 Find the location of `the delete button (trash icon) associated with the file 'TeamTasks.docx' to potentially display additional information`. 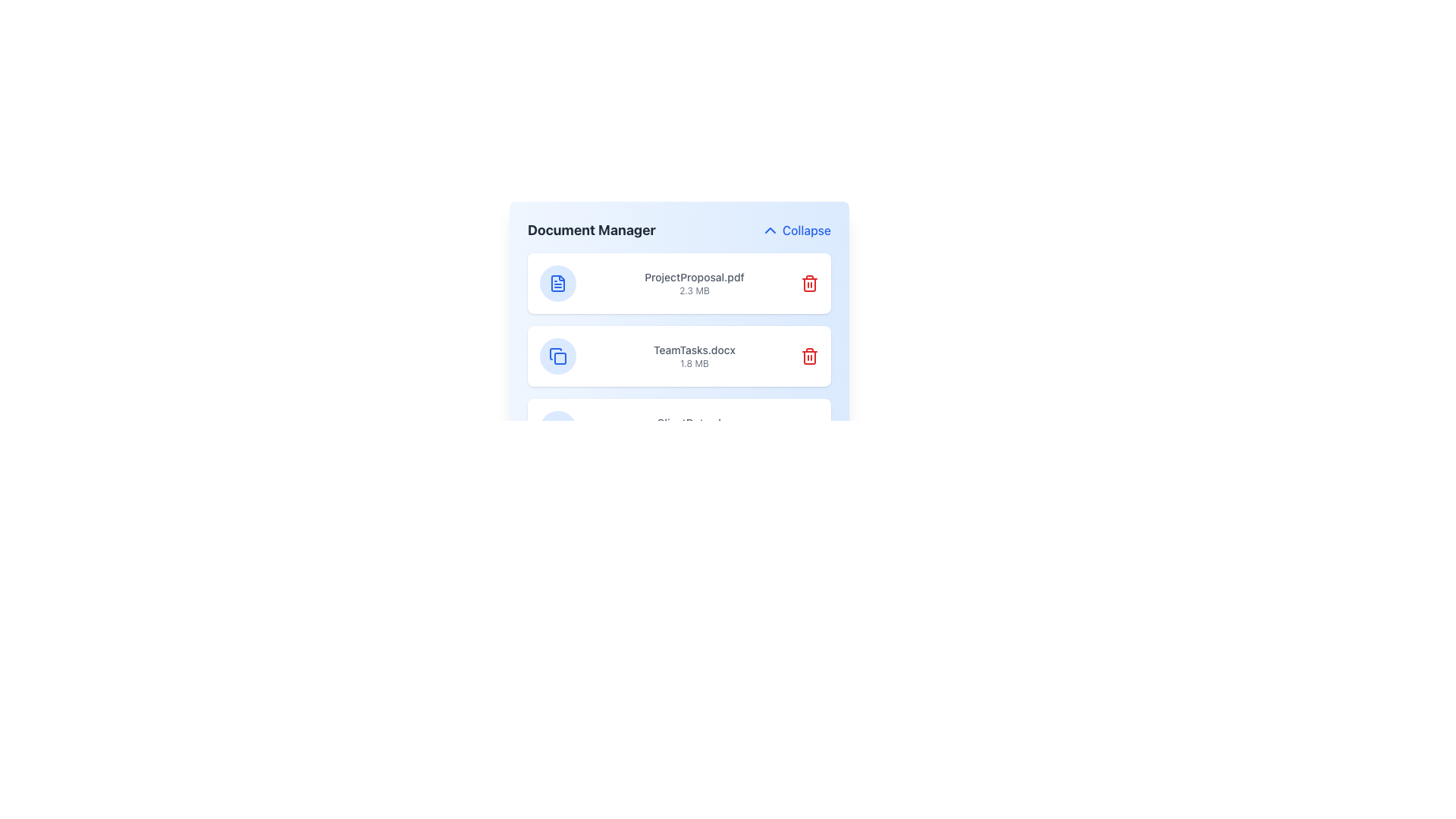

the delete button (trash icon) associated with the file 'TeamTasks.docx' to potentially display additional information is located at coordinates (809, 356).